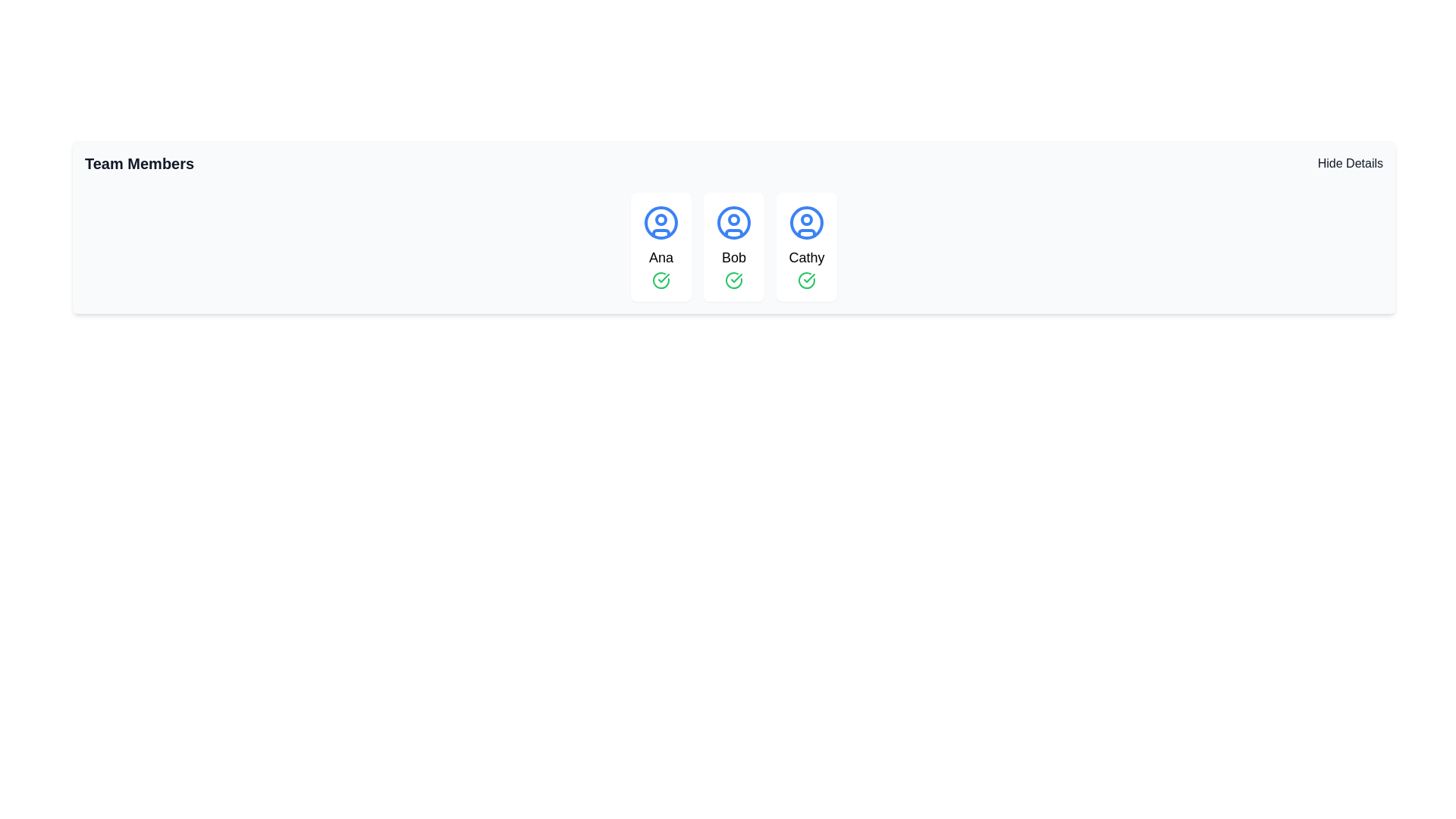 This screenshot has width=1456, height=819. Describe the element at coordinates (661, 246) in the screenshot. I see `the card element featuring a blue user icon and the name 'Ana' with a green checkmark at the bottom` at that location.